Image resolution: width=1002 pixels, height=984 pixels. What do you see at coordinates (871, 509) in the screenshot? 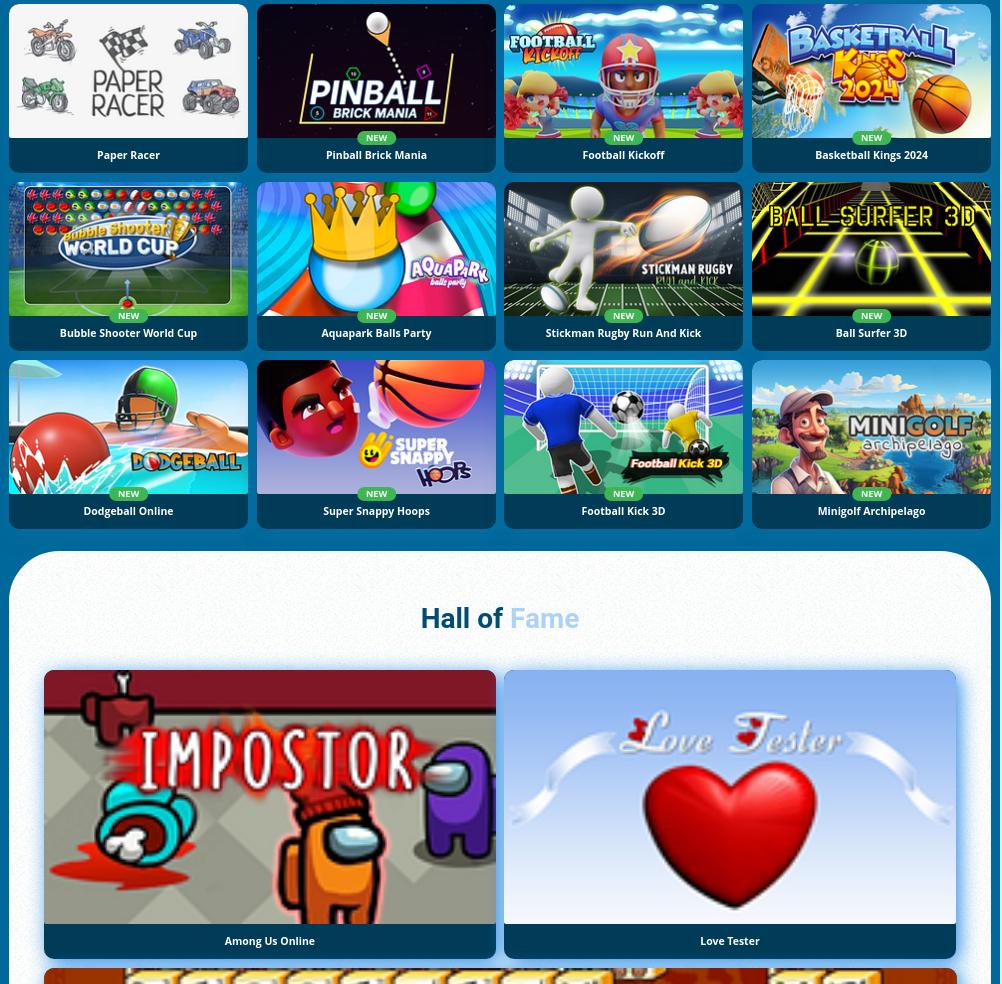
I see `'Minigolf Archipelago'` at bounding box center [871, 509].